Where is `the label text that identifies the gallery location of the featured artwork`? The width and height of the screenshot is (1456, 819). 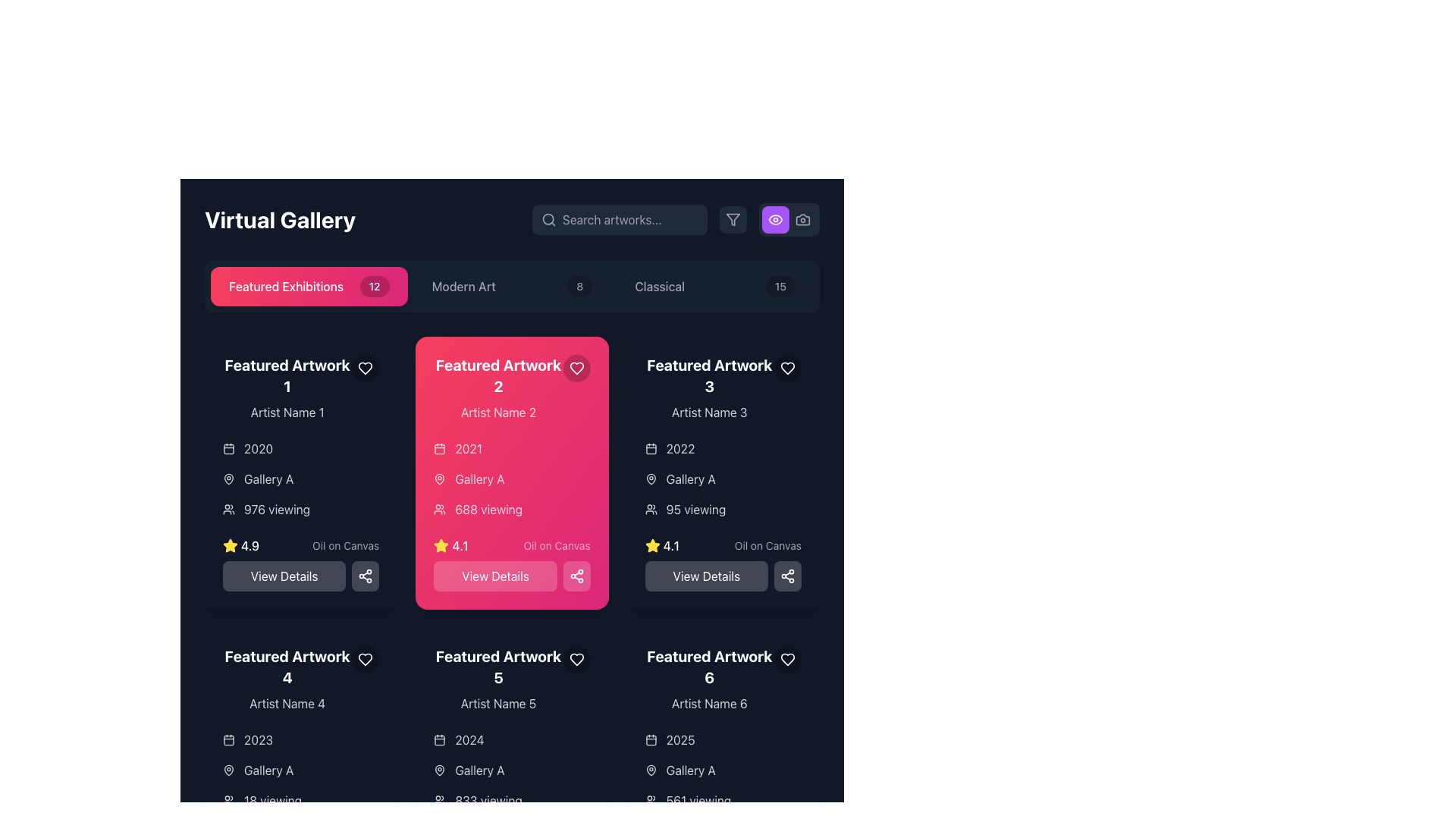 the label text that identifies the gallery location of the featured artwork is located at coordinates (690, 479).